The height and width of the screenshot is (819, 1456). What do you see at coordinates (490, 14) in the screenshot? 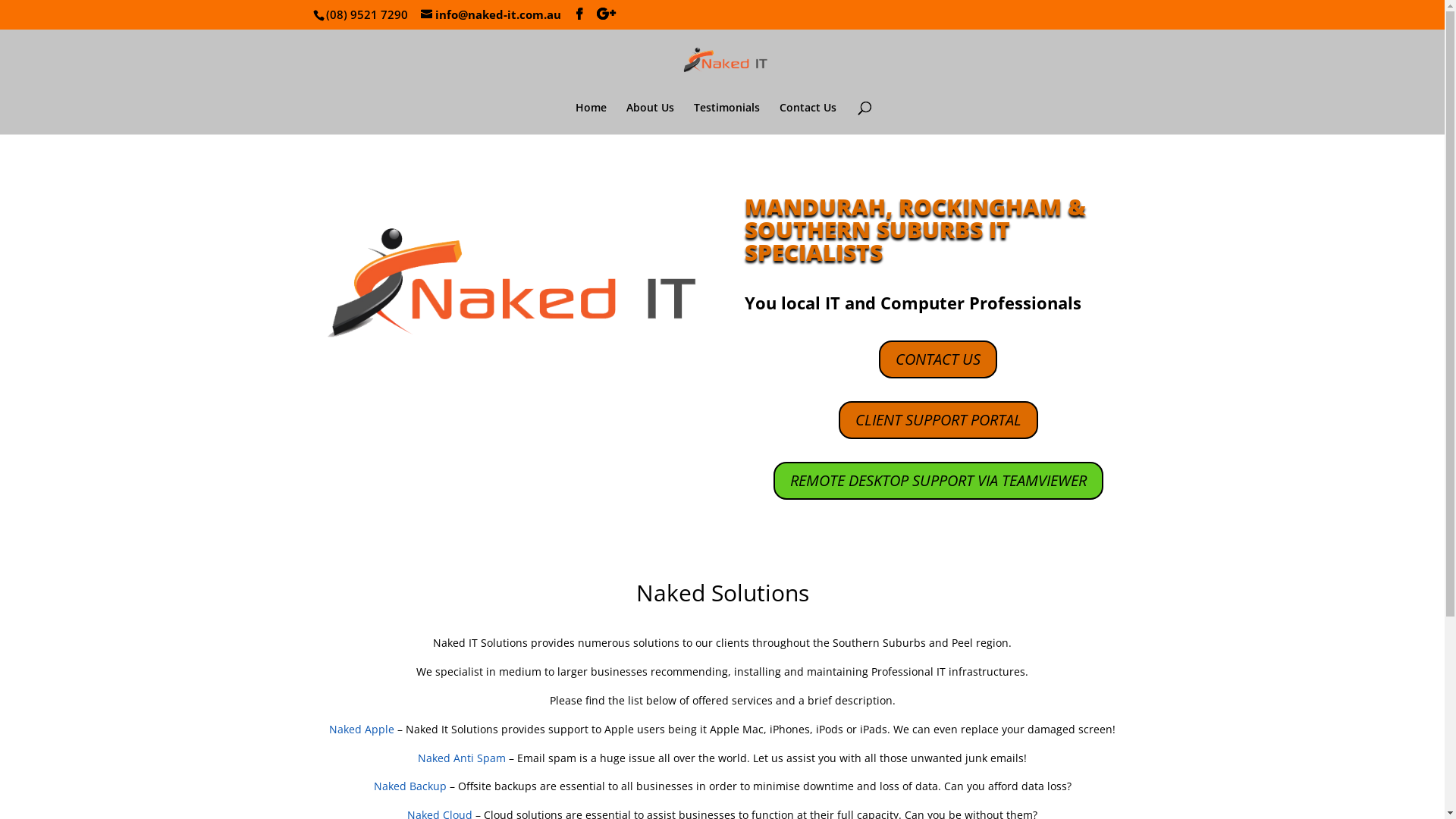
I see `'info@naked-it.com.au'` at bounding box center [490, 14].